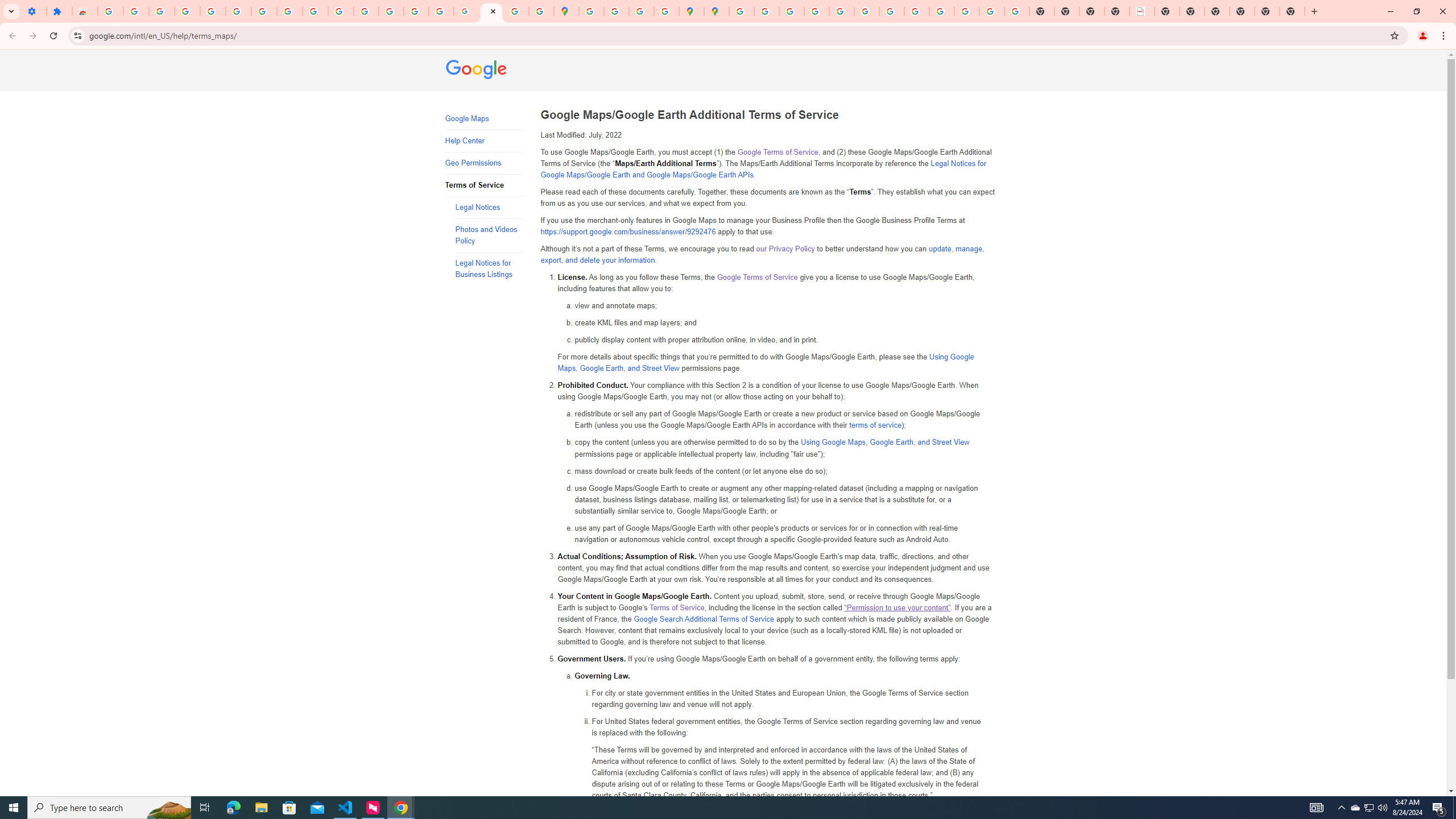 The width and height of the screenshot is (1456, 819). I want to click on 'Privacy Help Center - Policies Help', so click(791, 11).